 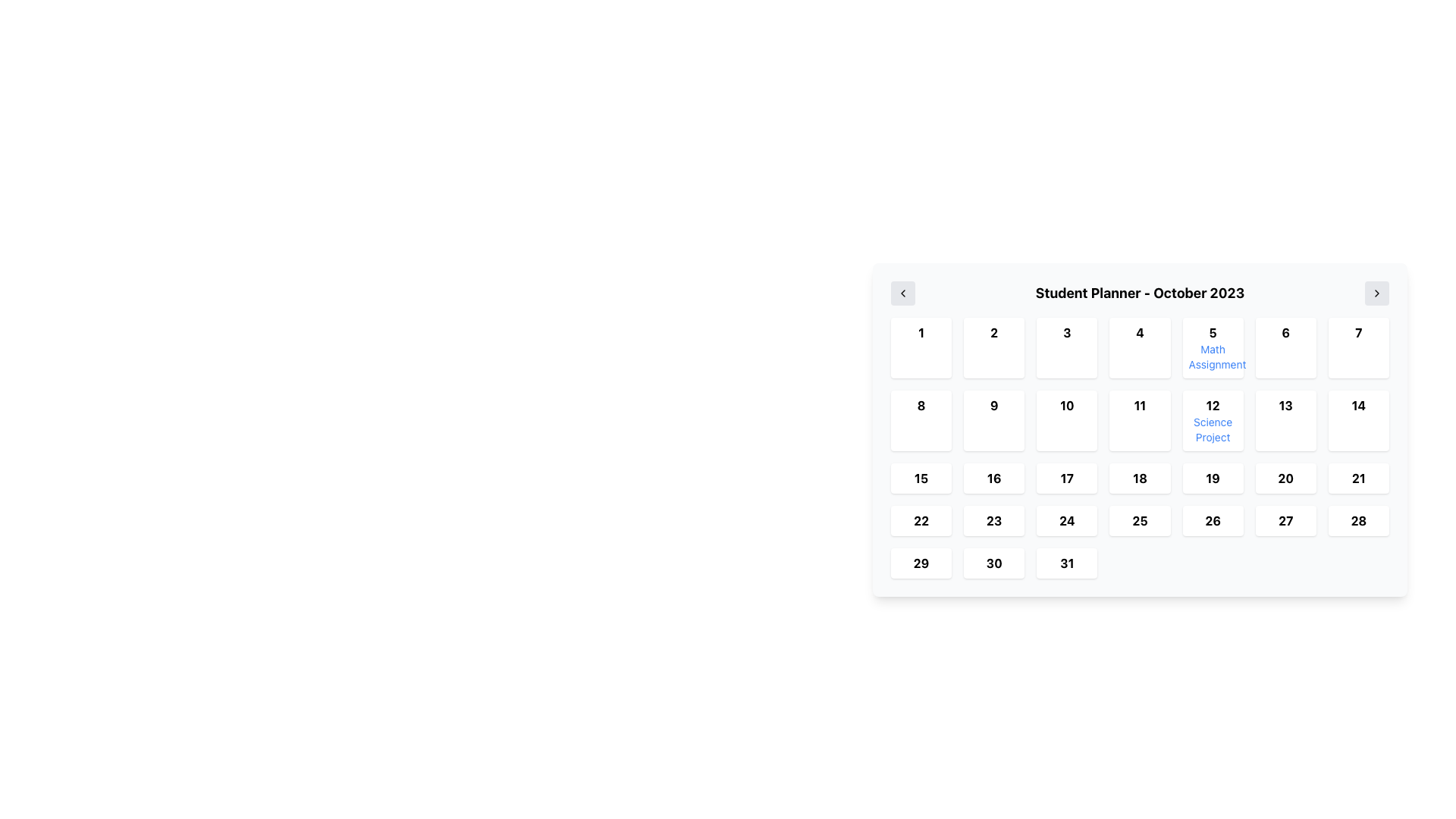 I want to click on the Calendar date cell displaying the number '12' in bold text, located above 'Science Project' in blue, so click(x=1212, y=421).